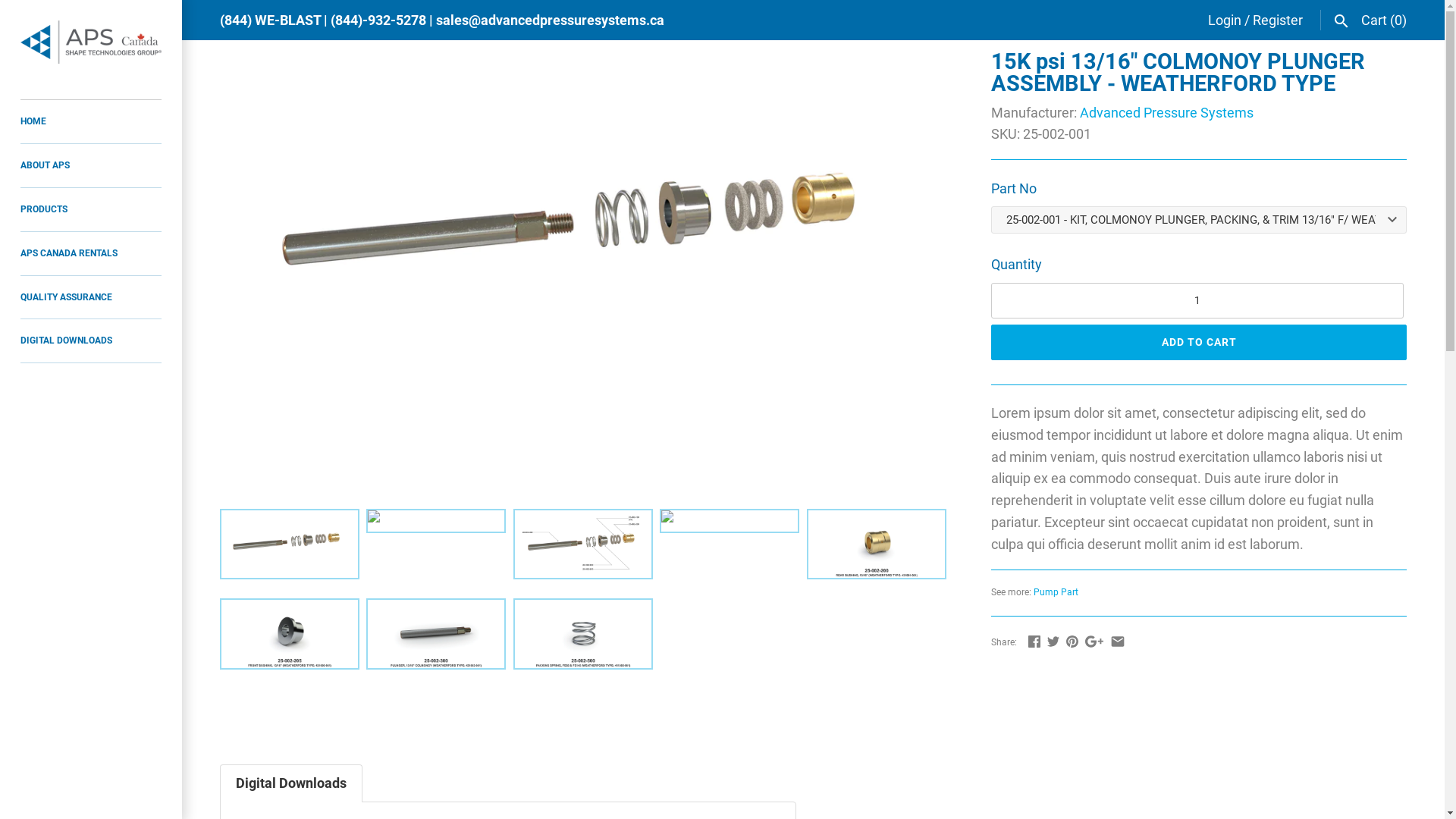 Image resolution: width=1456 pixels, height=819 pixels. Describe the element at coordinates (90, 298) in the screenshot. I see `'QUALITY ASSURANCE'` at that location.